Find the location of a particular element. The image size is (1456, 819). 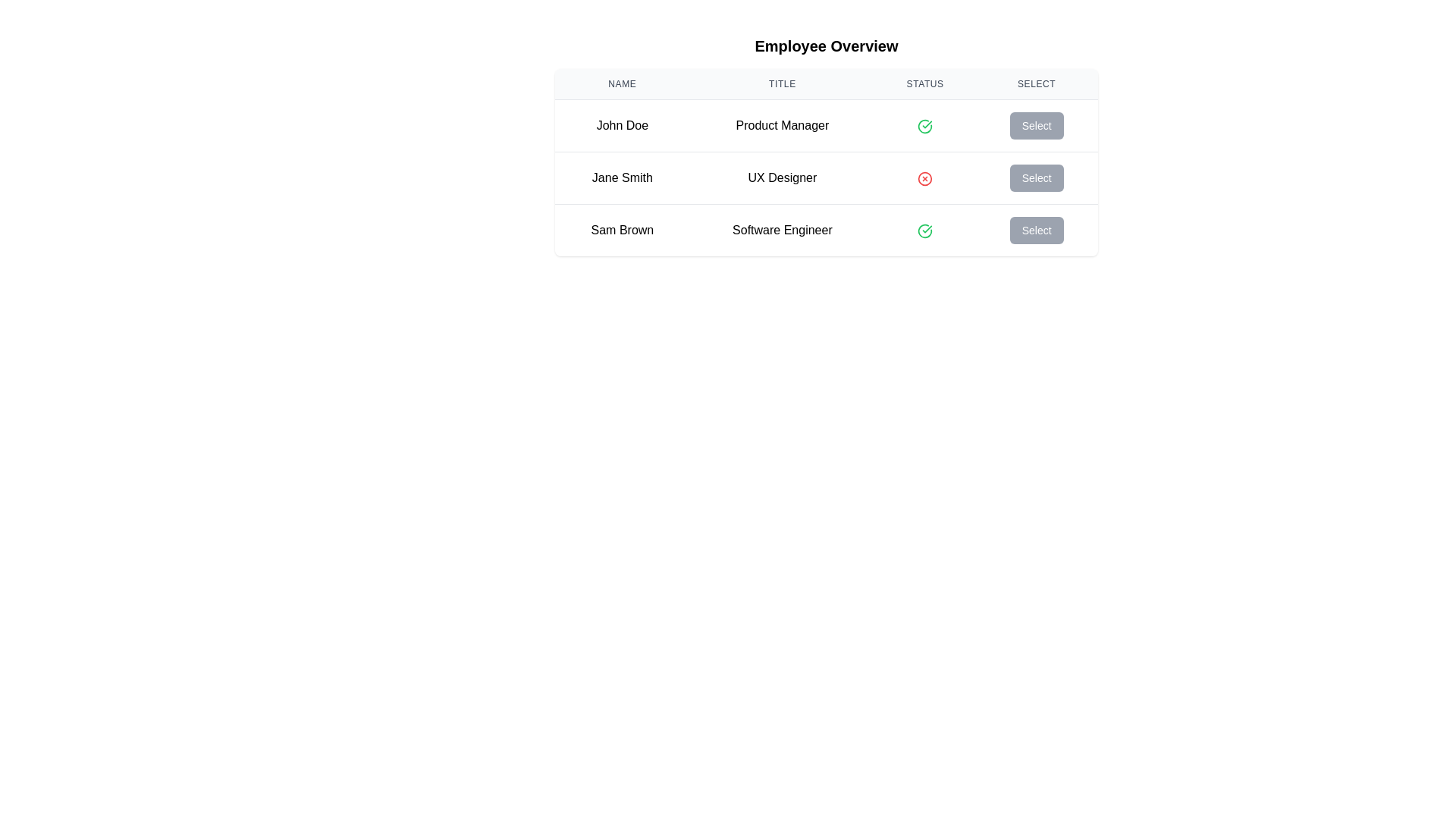

the button in the 'Select' column of the second row corresponding to the 'Jane Smith' entry is located at coordinates (1036, 177).